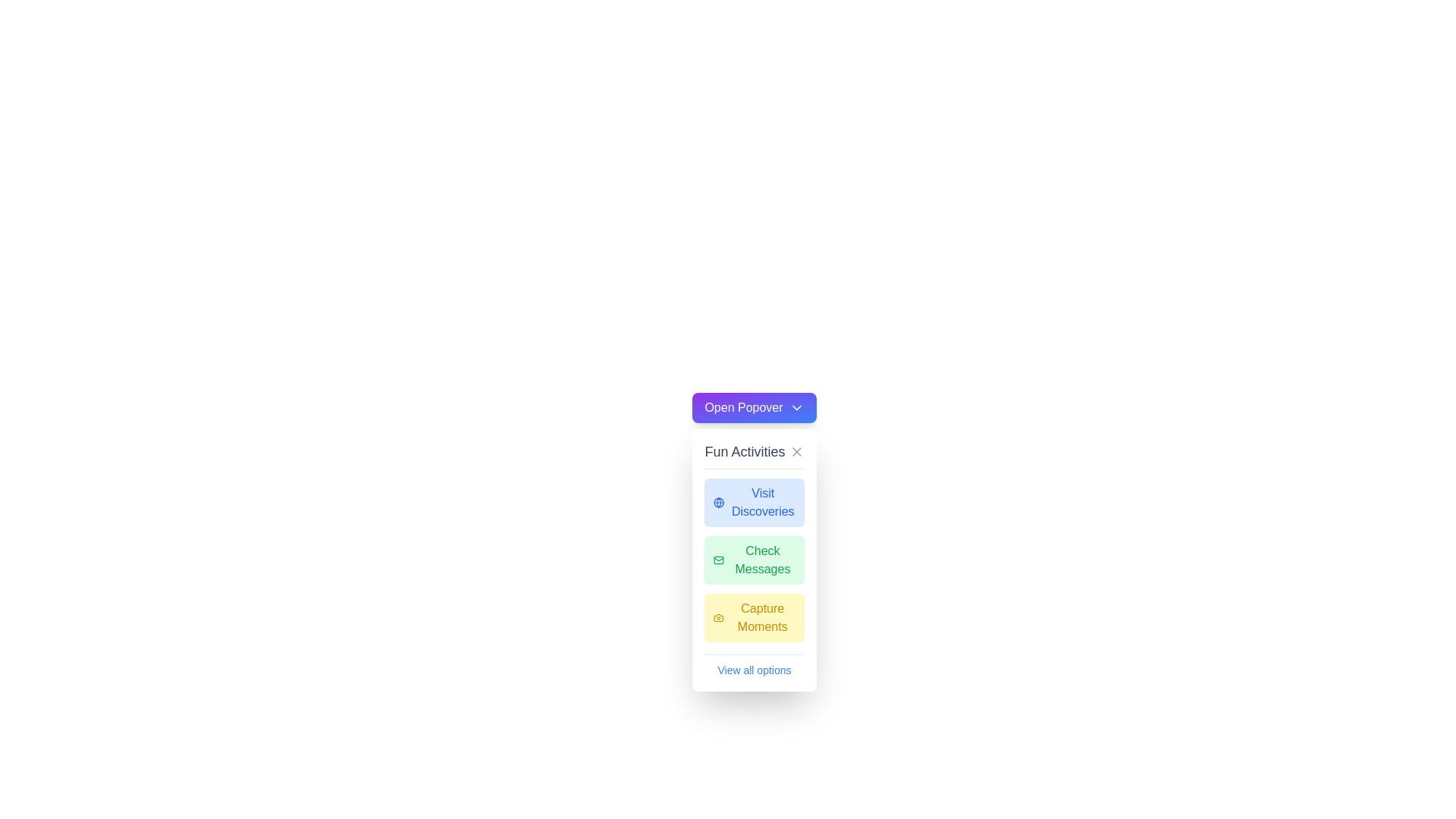 The width and height of the screenshot is (1456, 819). What do you see at coordinates (718, 503) in the screenshot?
I see `the 'Visit Discoveries' button which contains the globe icon to interact with it indirectly` at bounding box center [718, 503].